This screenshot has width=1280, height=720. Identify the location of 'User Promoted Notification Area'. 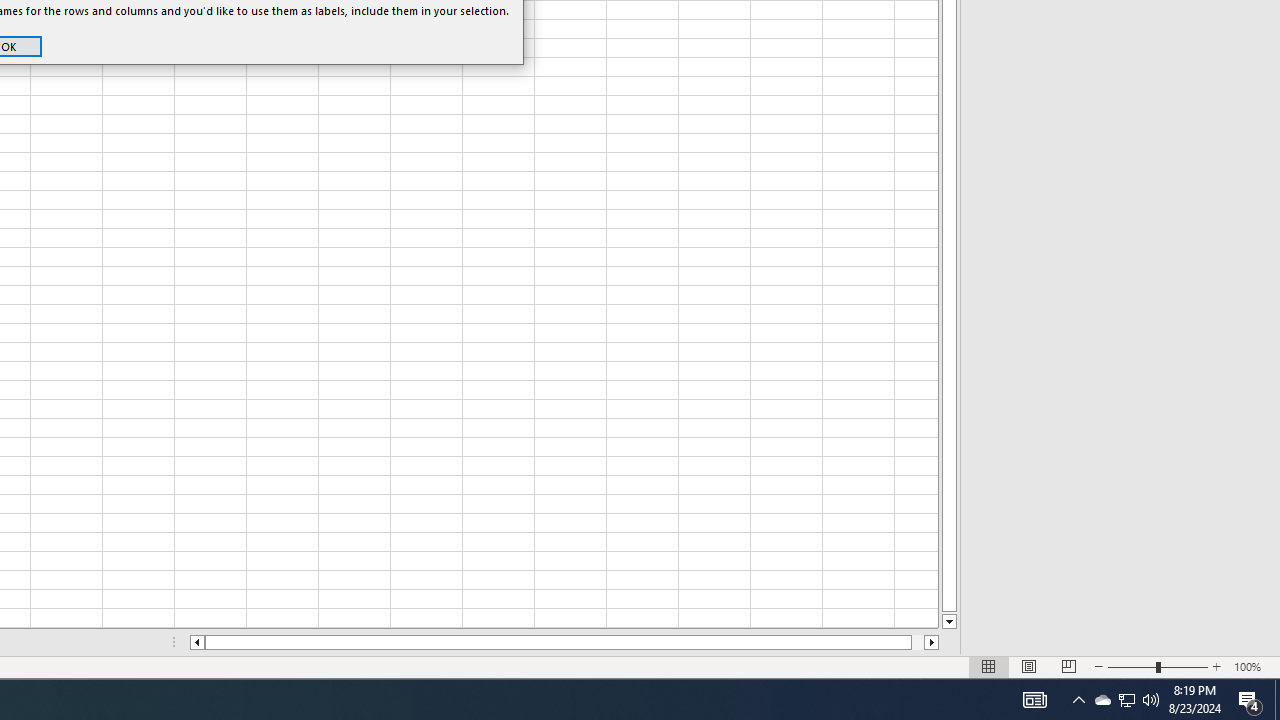
(1127, 698).